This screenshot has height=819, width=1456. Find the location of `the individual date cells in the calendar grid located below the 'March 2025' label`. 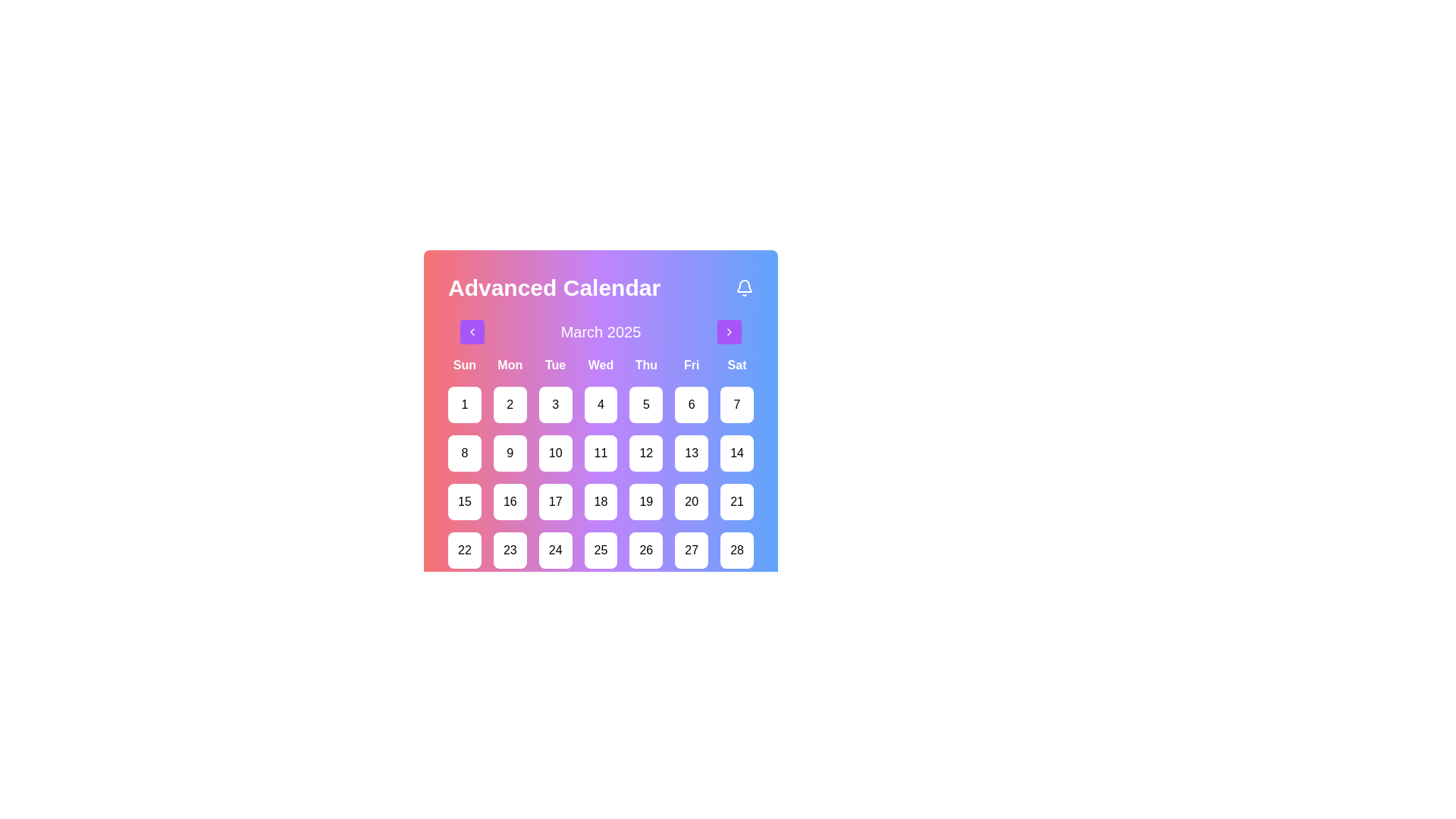

the individual date cells in the calendar grid located below the 'March 2025' label is located at coordinates (600, 486).